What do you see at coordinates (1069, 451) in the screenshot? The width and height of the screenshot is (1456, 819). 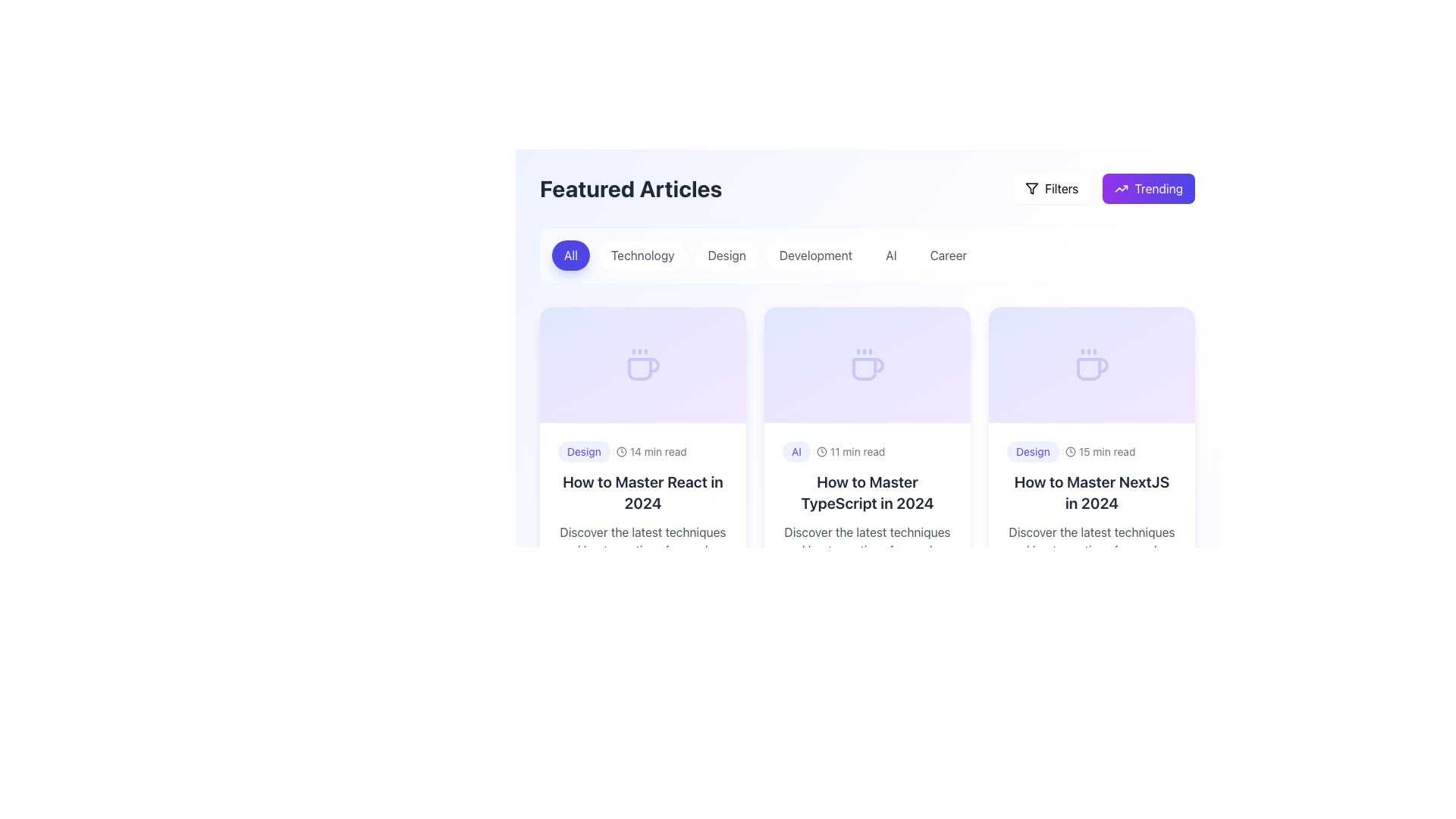 I see `the clock-shaped icon with a minimalistic gray design located at the beginning of the '15 min read' text block in the third column of the featured articles section under the article card for 'How to Master NextJS in 2024'` at bounding box center [1069, 451].